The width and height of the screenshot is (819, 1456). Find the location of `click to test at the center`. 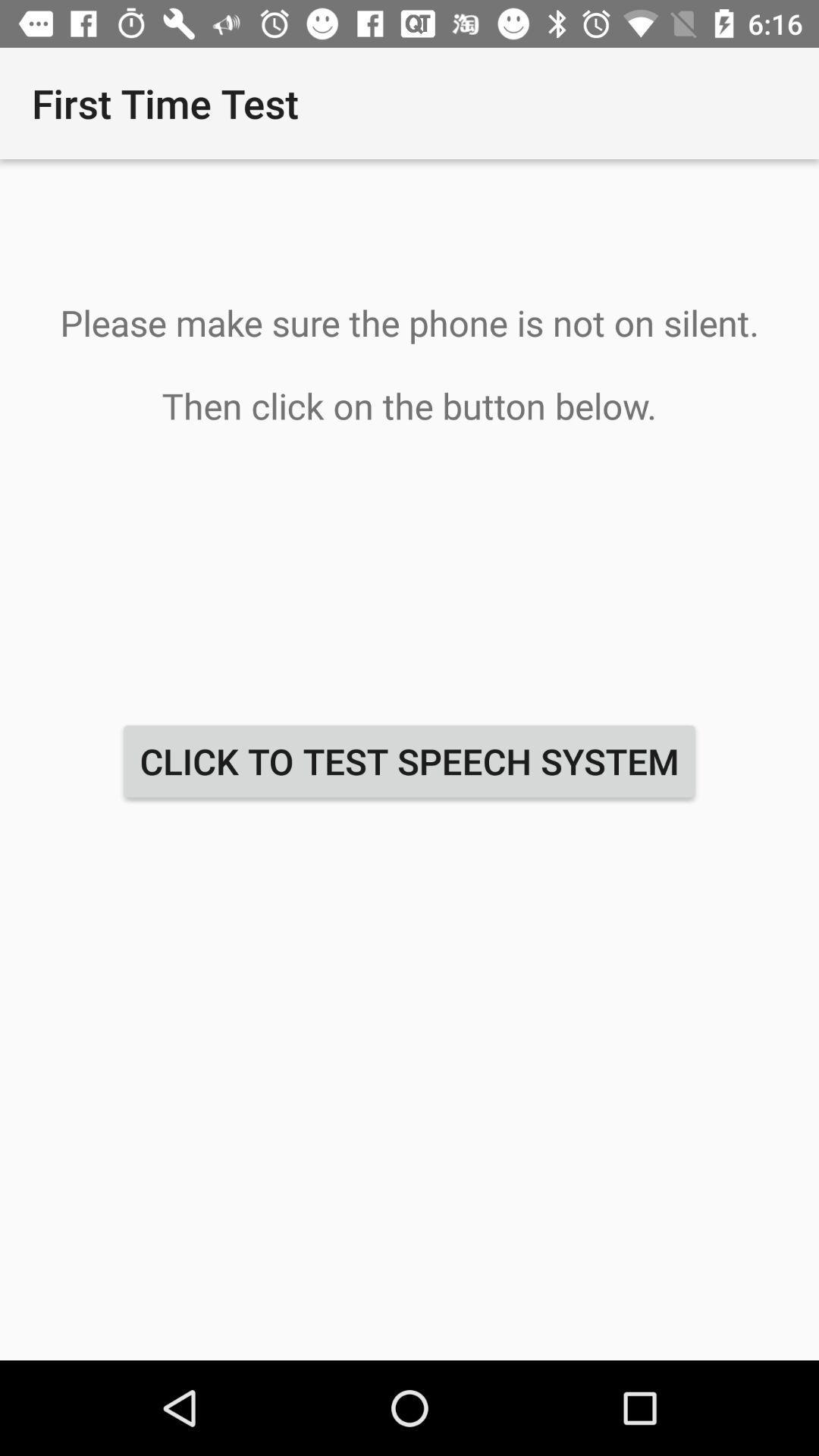

click to test at the center is located at coordinates (409, 761).